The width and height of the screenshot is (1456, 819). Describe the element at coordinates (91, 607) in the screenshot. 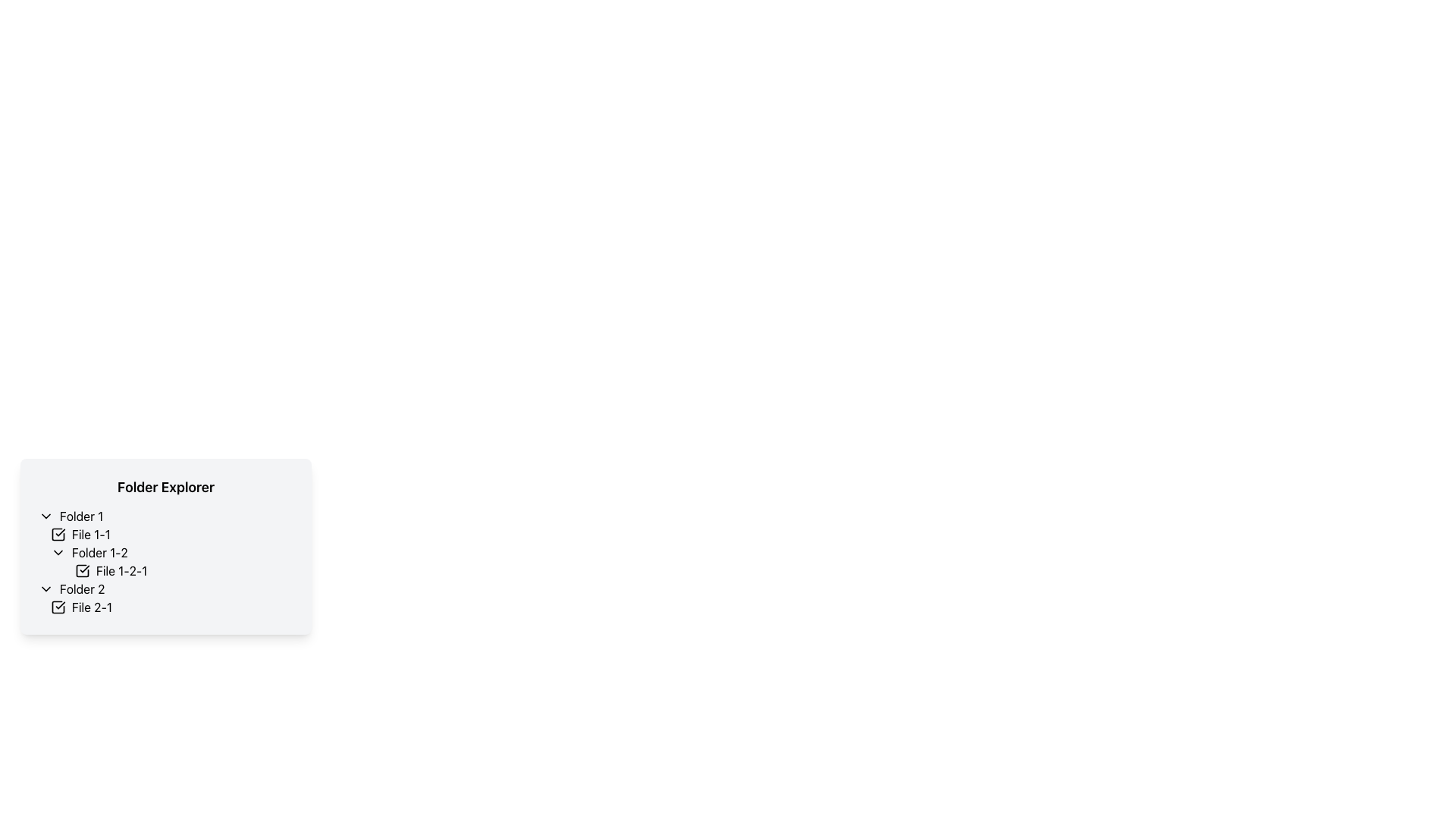

I see `the text label 'File 2-1' associated with the checkbox in the file explorer` at that location.